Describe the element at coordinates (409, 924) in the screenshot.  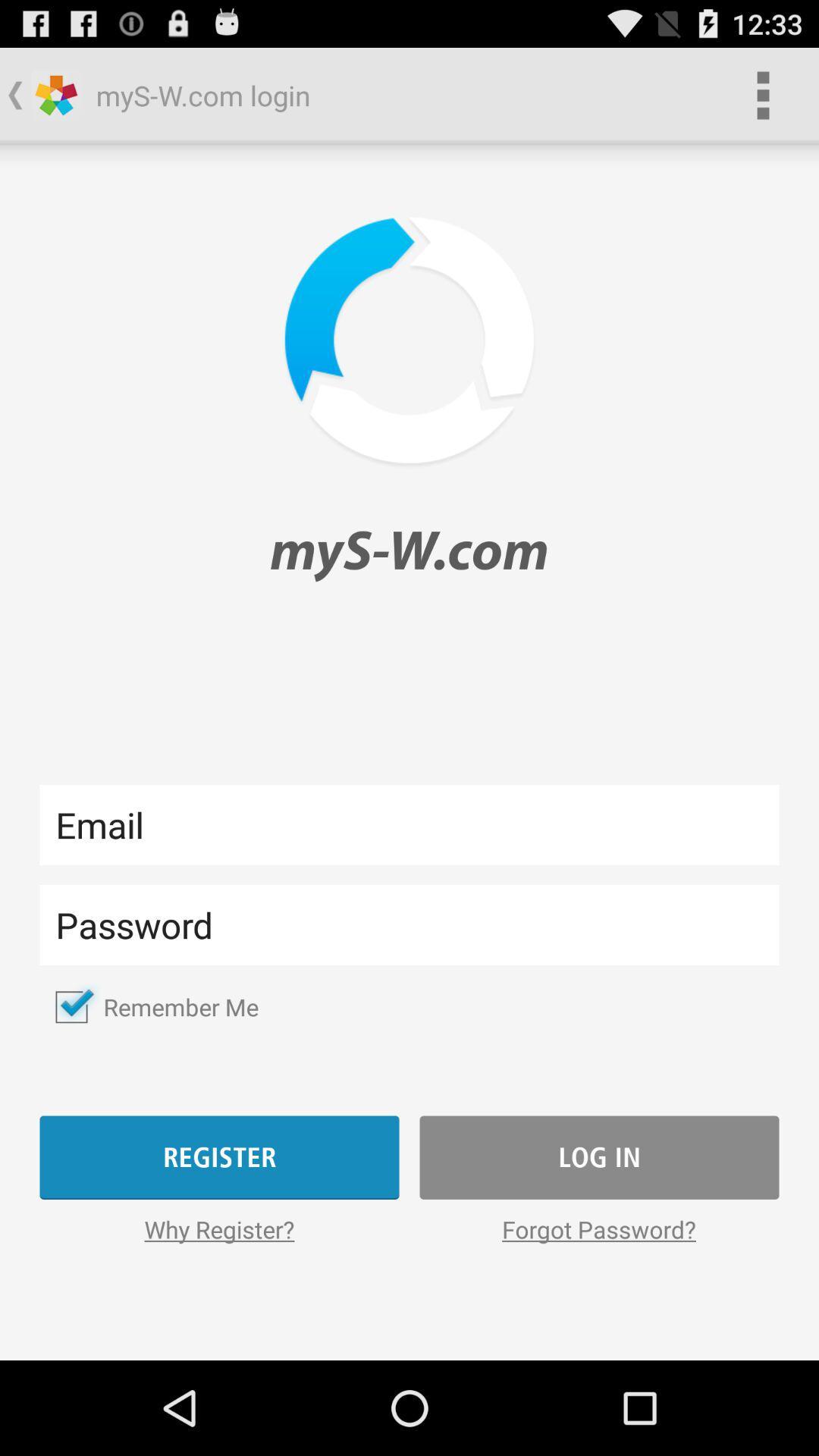
I see `the password` at that location.